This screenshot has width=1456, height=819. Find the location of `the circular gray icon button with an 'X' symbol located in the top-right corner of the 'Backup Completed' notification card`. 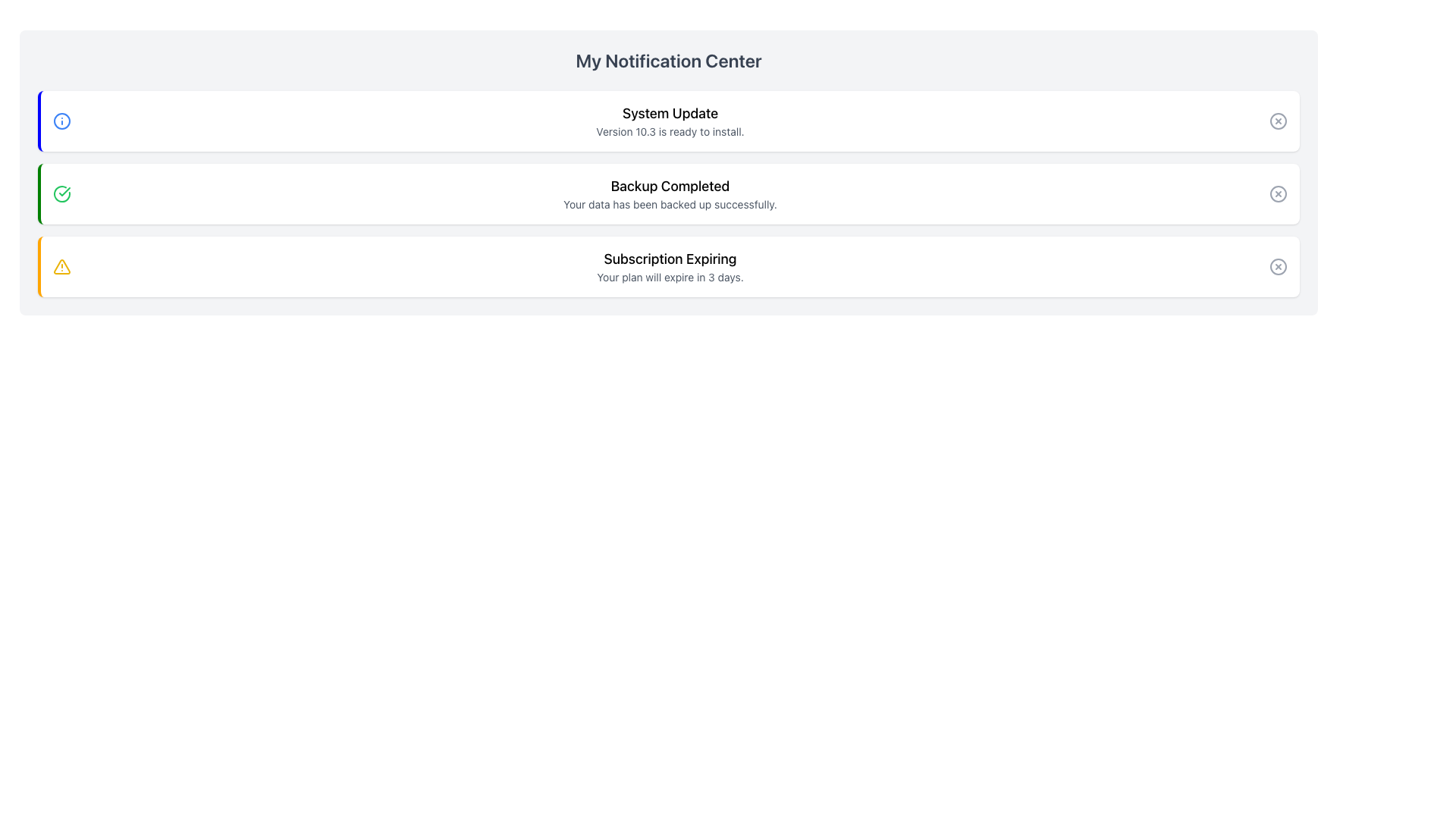

the circular gray icon button with an 'X' symbol located in the top-right corner of the 'Backup Completed' notification card is located at coordinates (1277, 193).